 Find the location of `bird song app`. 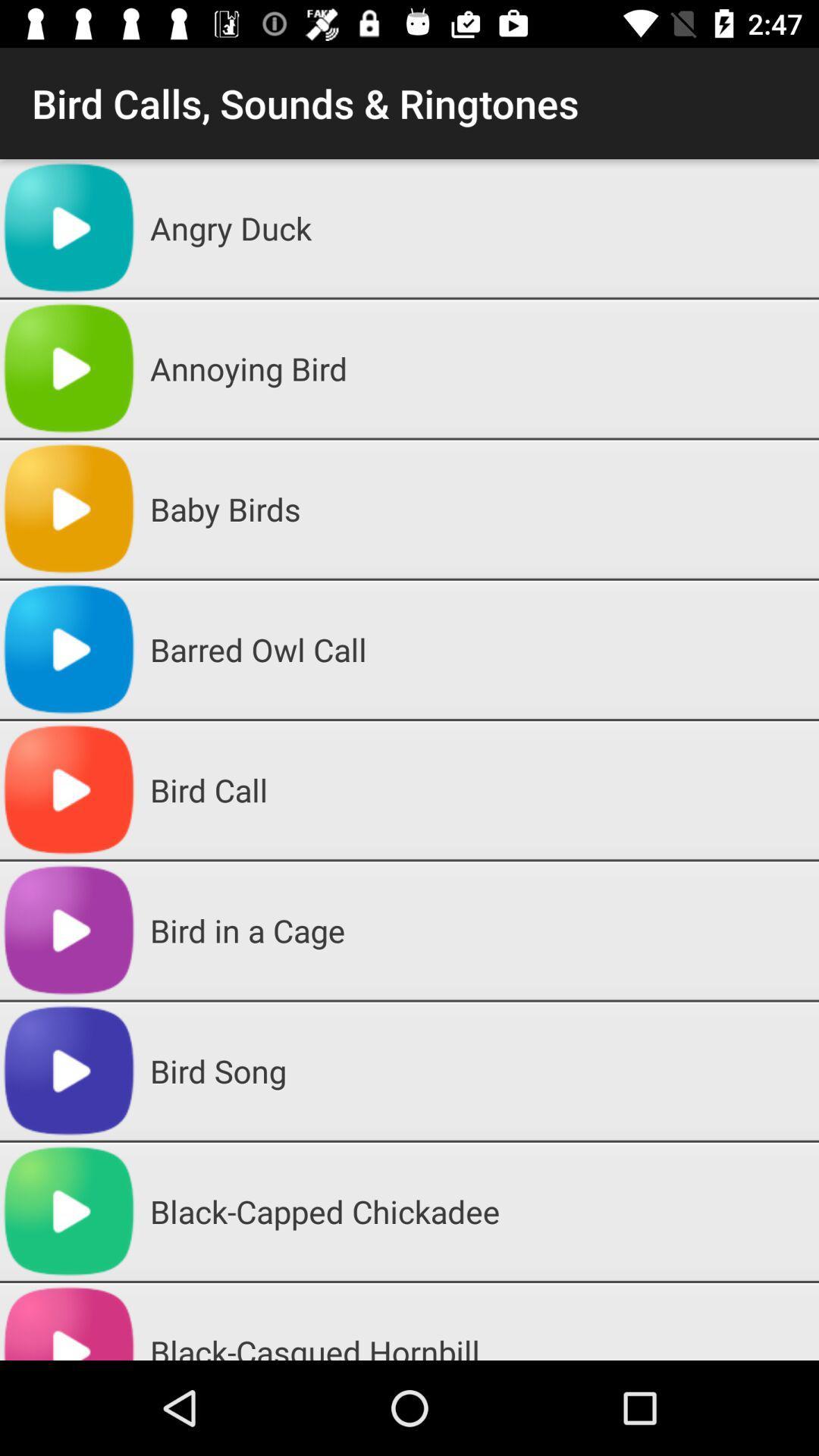

bird song app is located at coordinates (479, 1070).